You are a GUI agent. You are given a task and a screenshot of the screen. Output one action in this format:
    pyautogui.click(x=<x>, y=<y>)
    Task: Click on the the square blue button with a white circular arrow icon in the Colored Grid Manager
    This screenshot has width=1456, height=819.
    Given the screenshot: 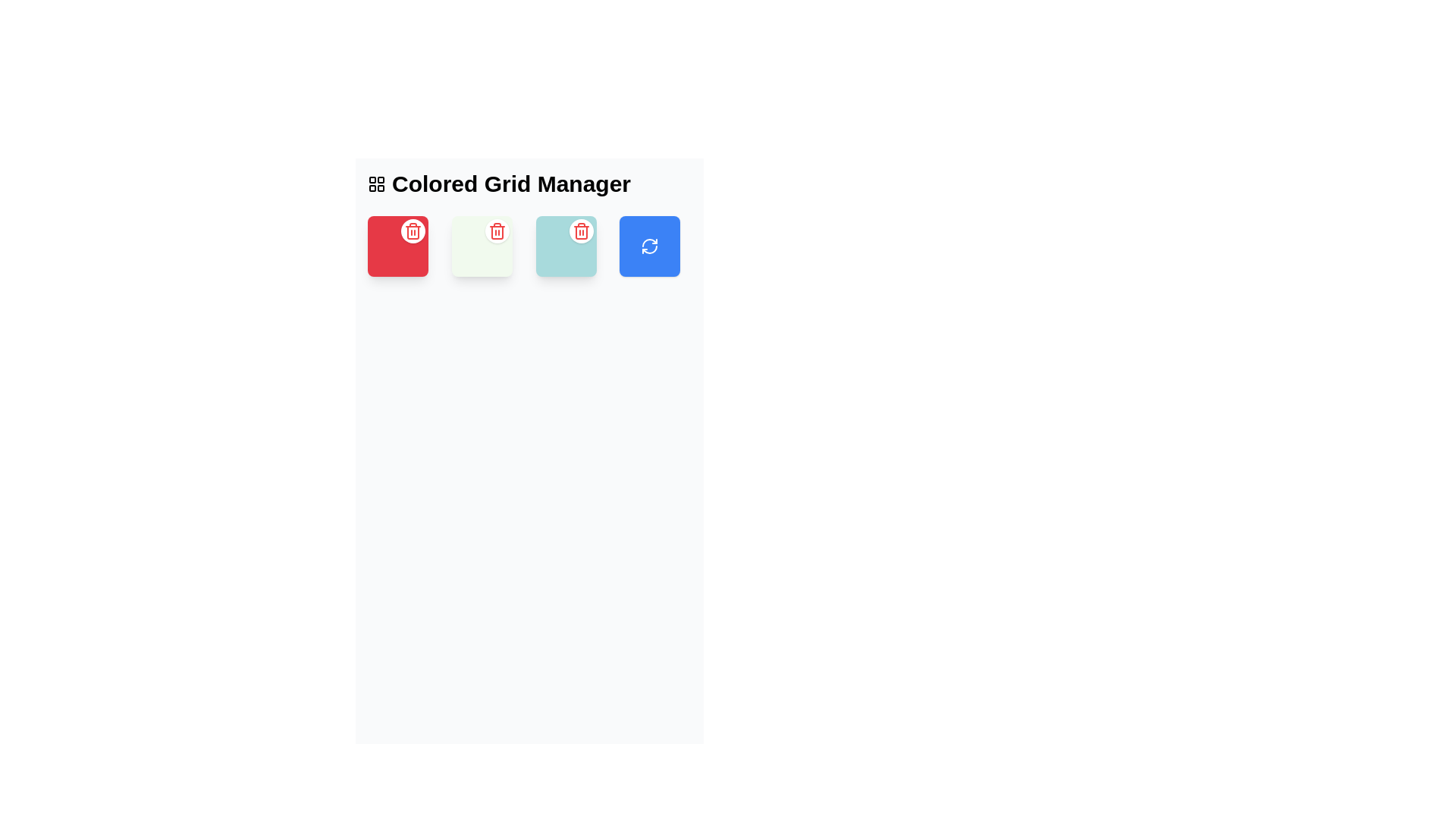 What is the action you would take?
    pyautogui.click(x=650, y=245)
    